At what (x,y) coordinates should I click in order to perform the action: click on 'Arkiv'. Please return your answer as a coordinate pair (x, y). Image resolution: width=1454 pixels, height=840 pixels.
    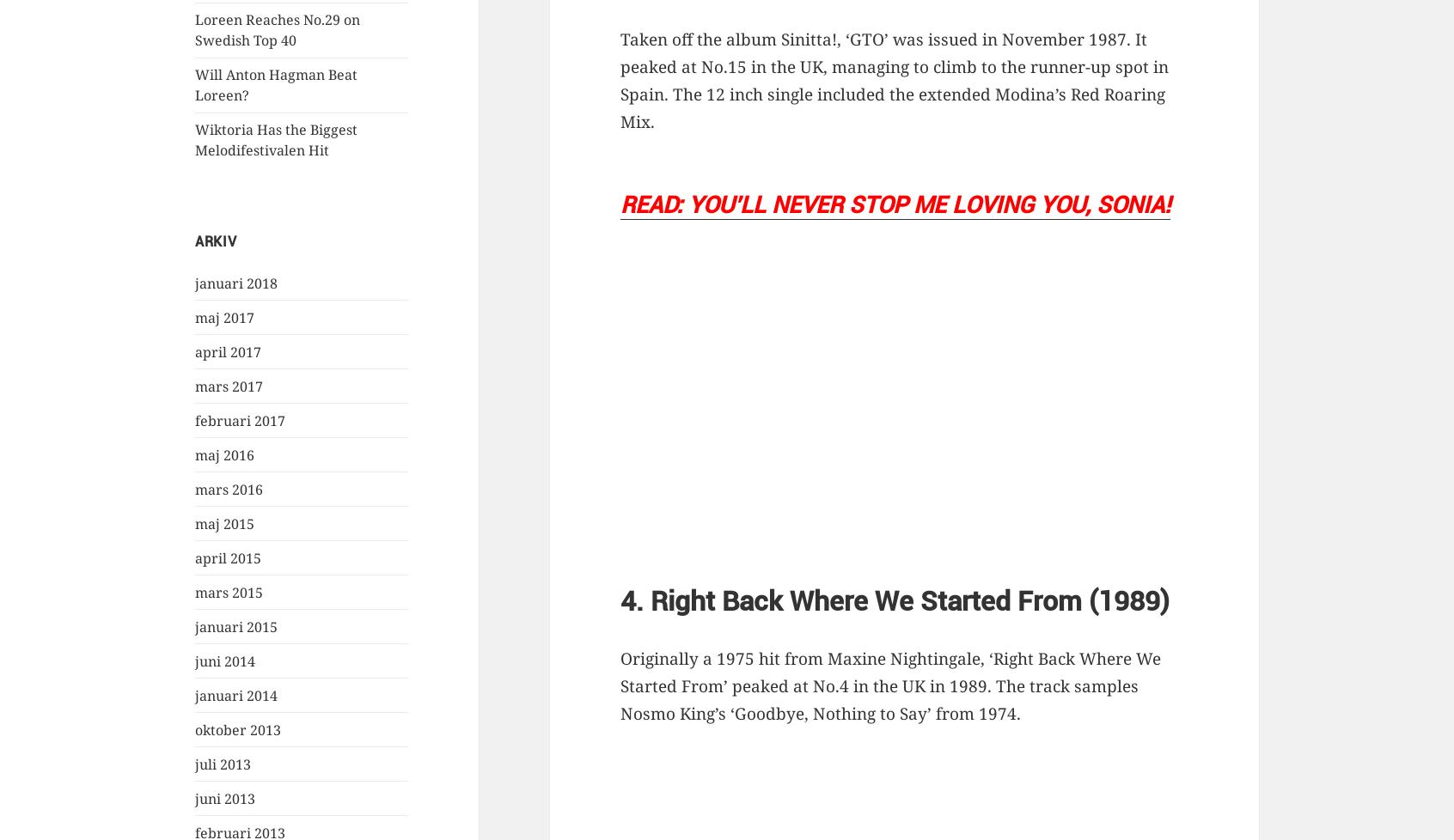
    Looking at the image, I should click on (215, 240).